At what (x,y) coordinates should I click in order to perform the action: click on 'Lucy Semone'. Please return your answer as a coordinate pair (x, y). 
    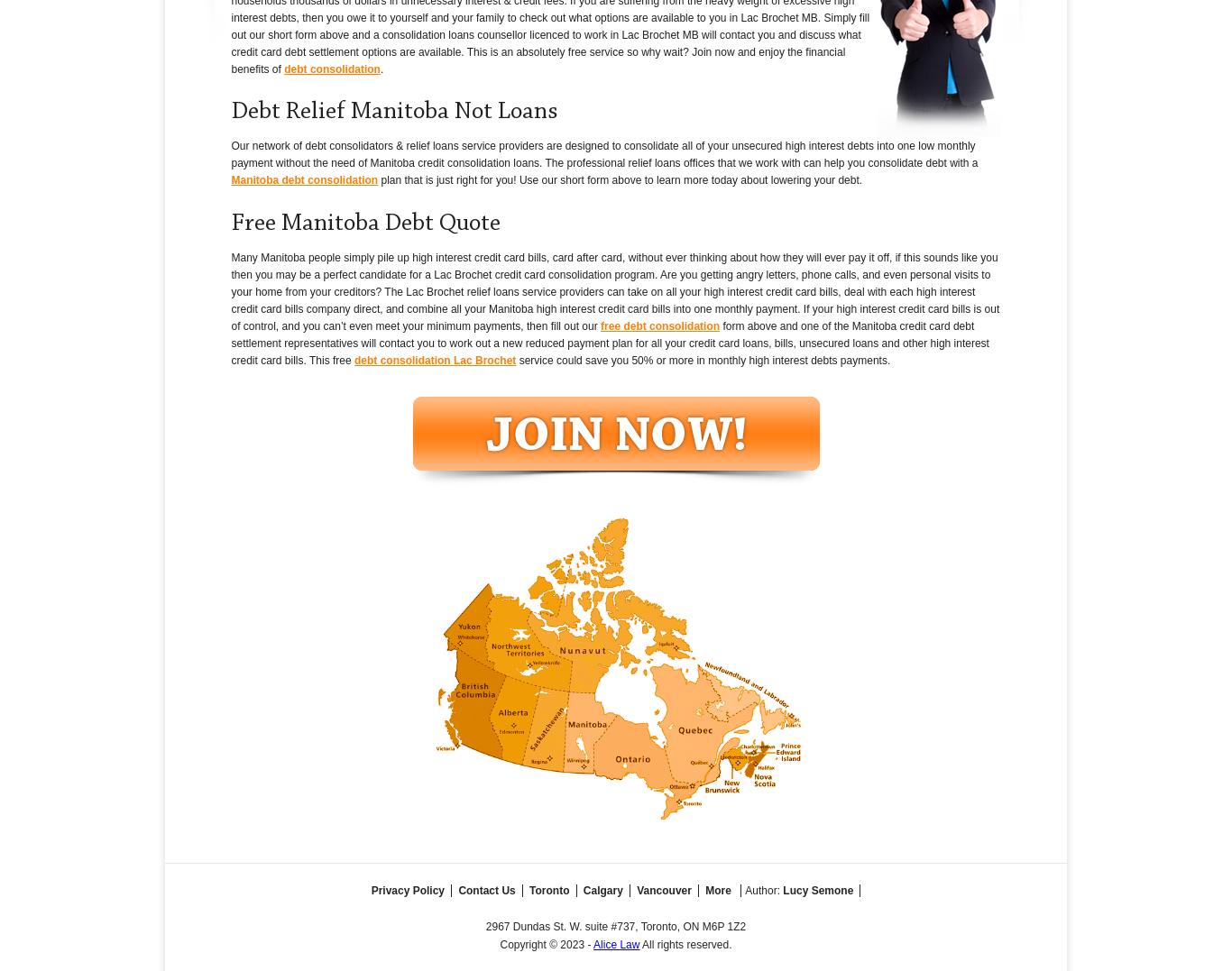
    Looking at the image, I should click on (781, 889).